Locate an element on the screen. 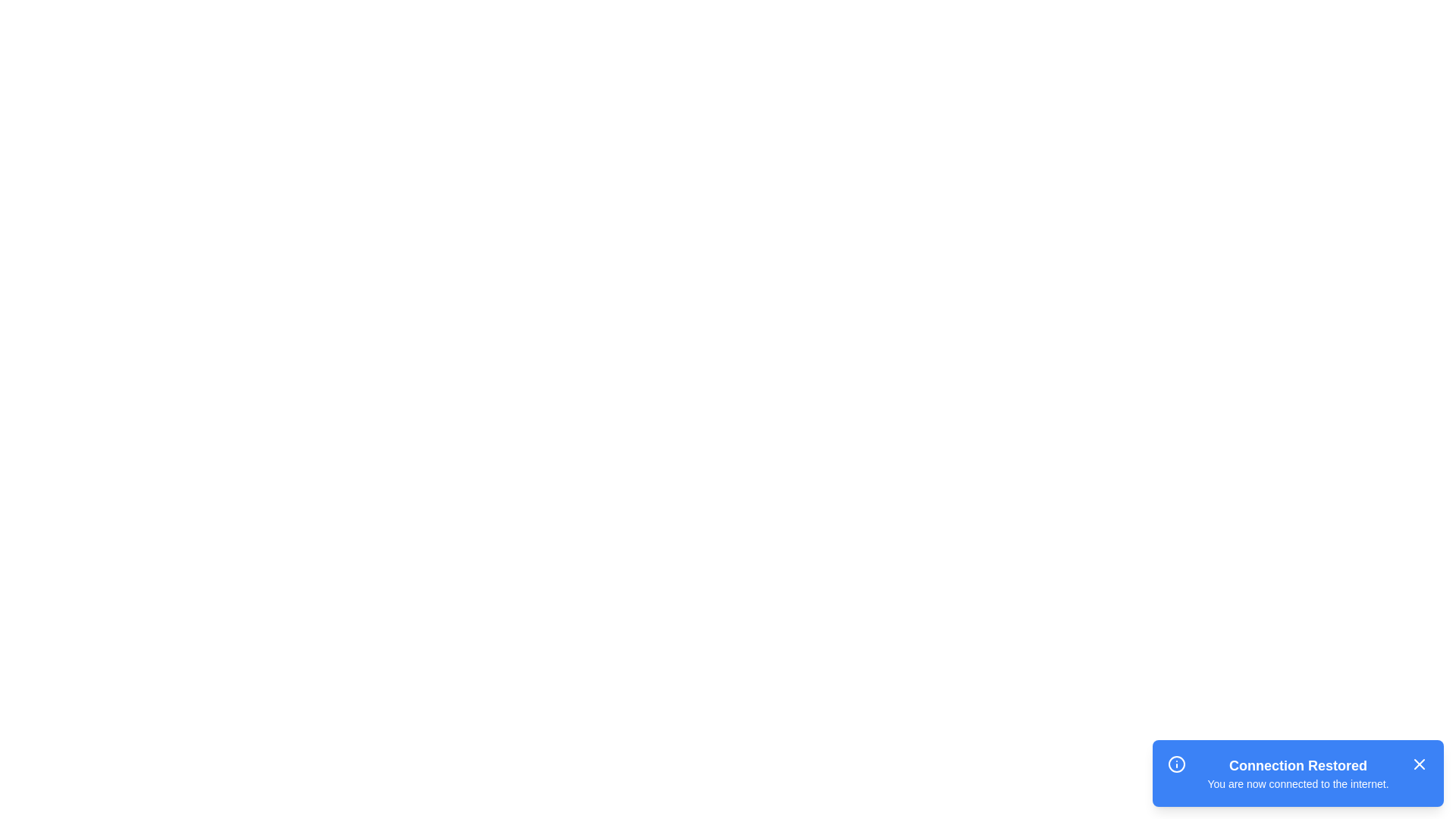 The height and width of the screenshot is (819, 1456). the 'Connection Restored' text block which displays a notification about internet connectivity, to interact with its surroundings is located at coordinates (1298, 773).